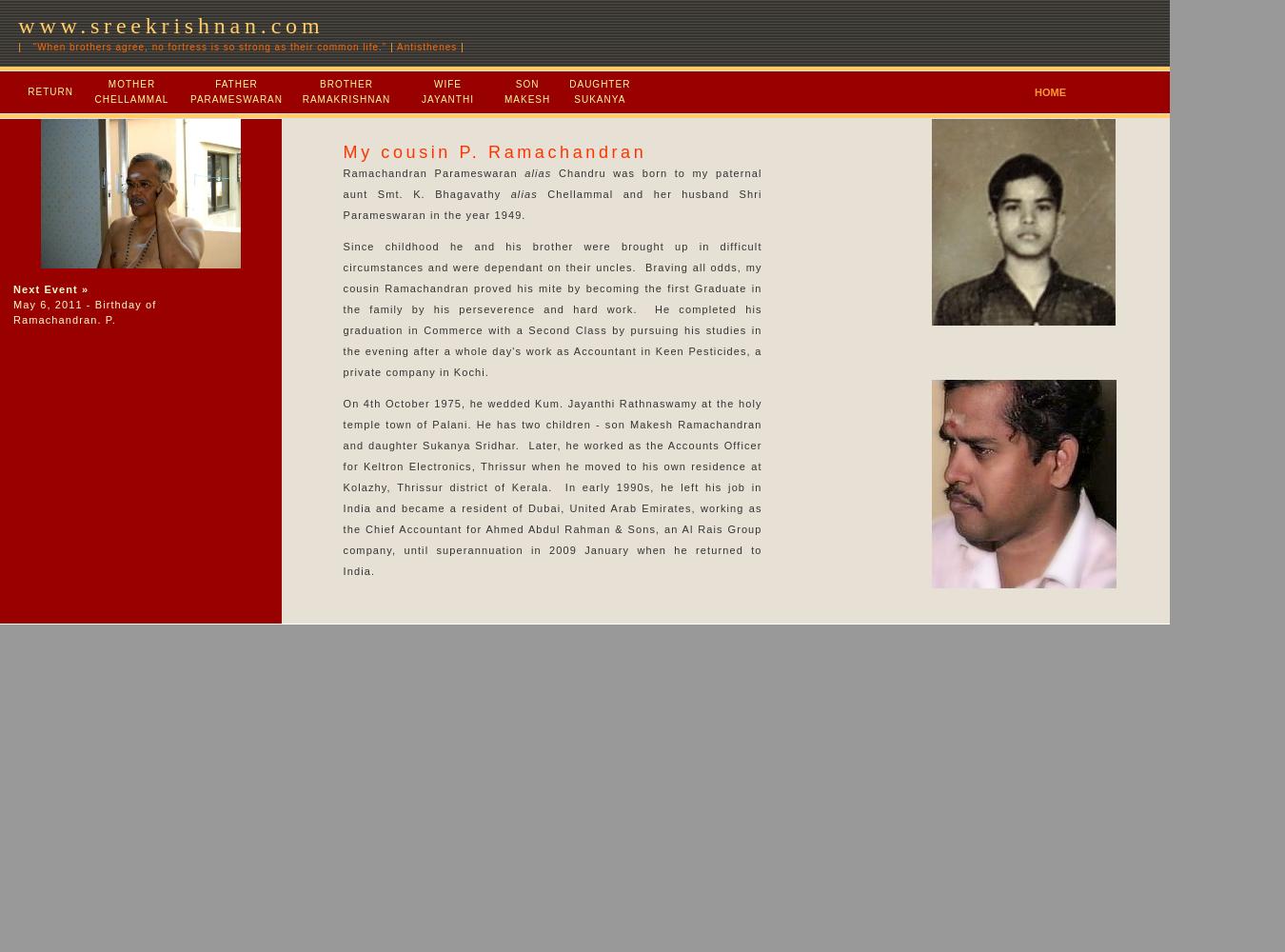  Describe the element at coordinates (343, 487) in the screenshot. I see `'On 4th October 1975, he wedded Kum. Jayanthi Rathnaswamy at the holy temple town of Palani. He has two children - son Makesh Ramachandran and daughter Sukanya Sridhar.  Later, he worked as the Accounts Officer for Keltron Electronics, Thrissur when he moved to his own residence at Kolazhy, Thrissur district of Kerala.  In early 1990s, he left his job in India and became a resident of Dubai, United Arab Emirates, working as the Chief Accountant for Ahmed Abdul Rahman & Sons, an Al Rais Group company, until superannuation in 2009 January when he returned to India.'` at that location.